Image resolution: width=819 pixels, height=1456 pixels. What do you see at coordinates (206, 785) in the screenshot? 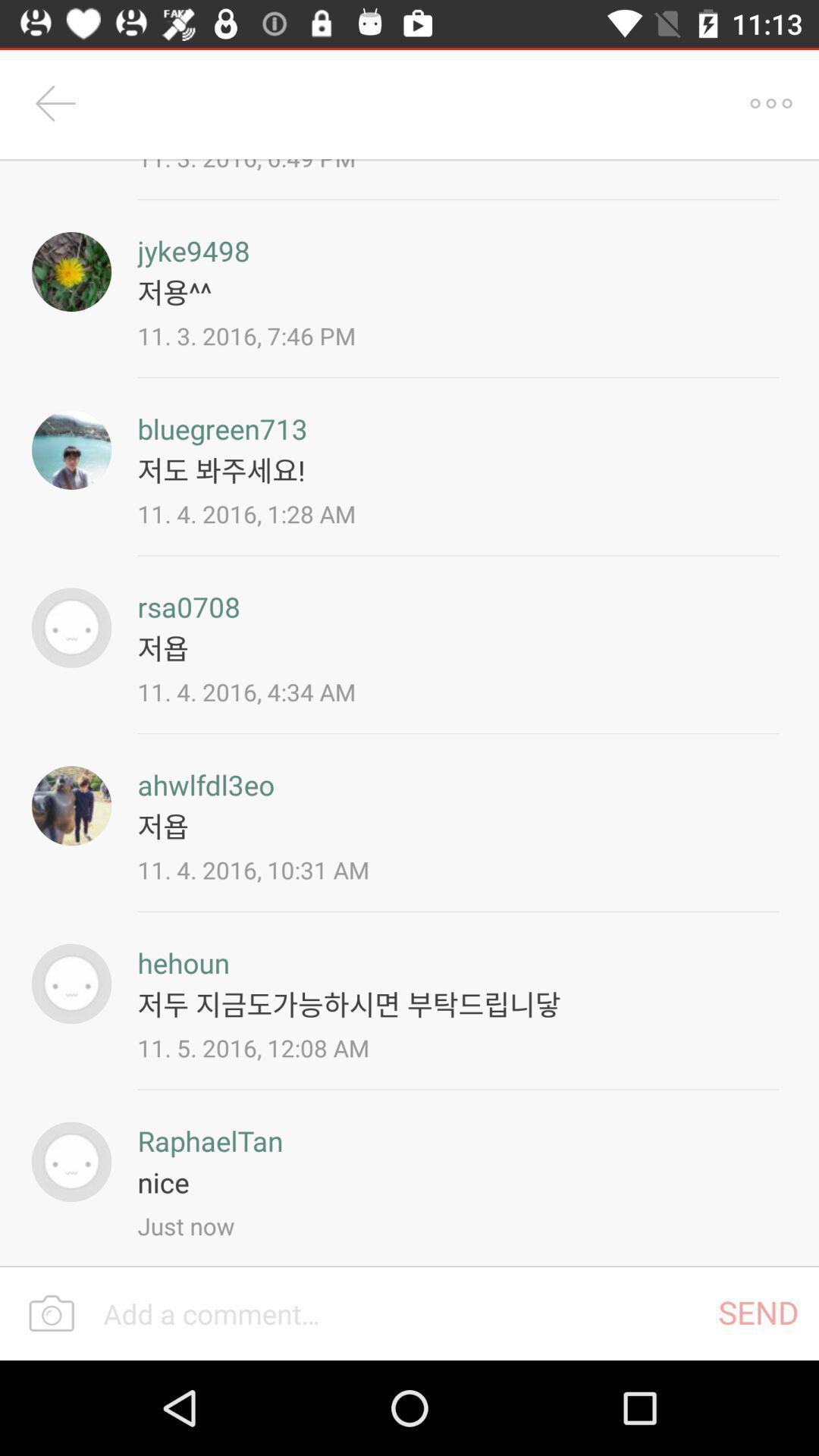
I see `ahwlfdl3eo item` at bounding box center [206, 785].